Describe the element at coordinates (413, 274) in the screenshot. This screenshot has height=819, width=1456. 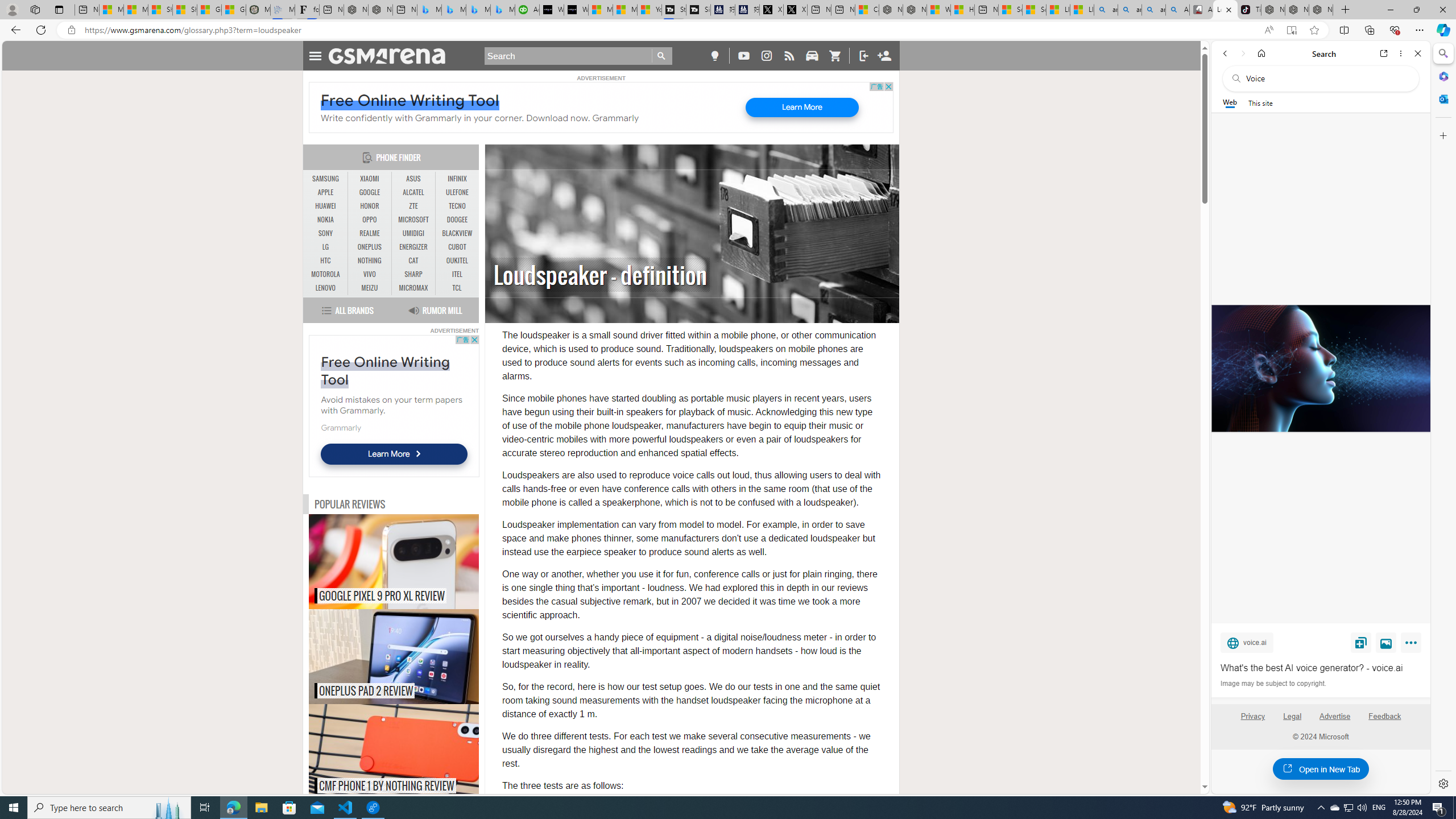
I see `'SHARP'` at that location.